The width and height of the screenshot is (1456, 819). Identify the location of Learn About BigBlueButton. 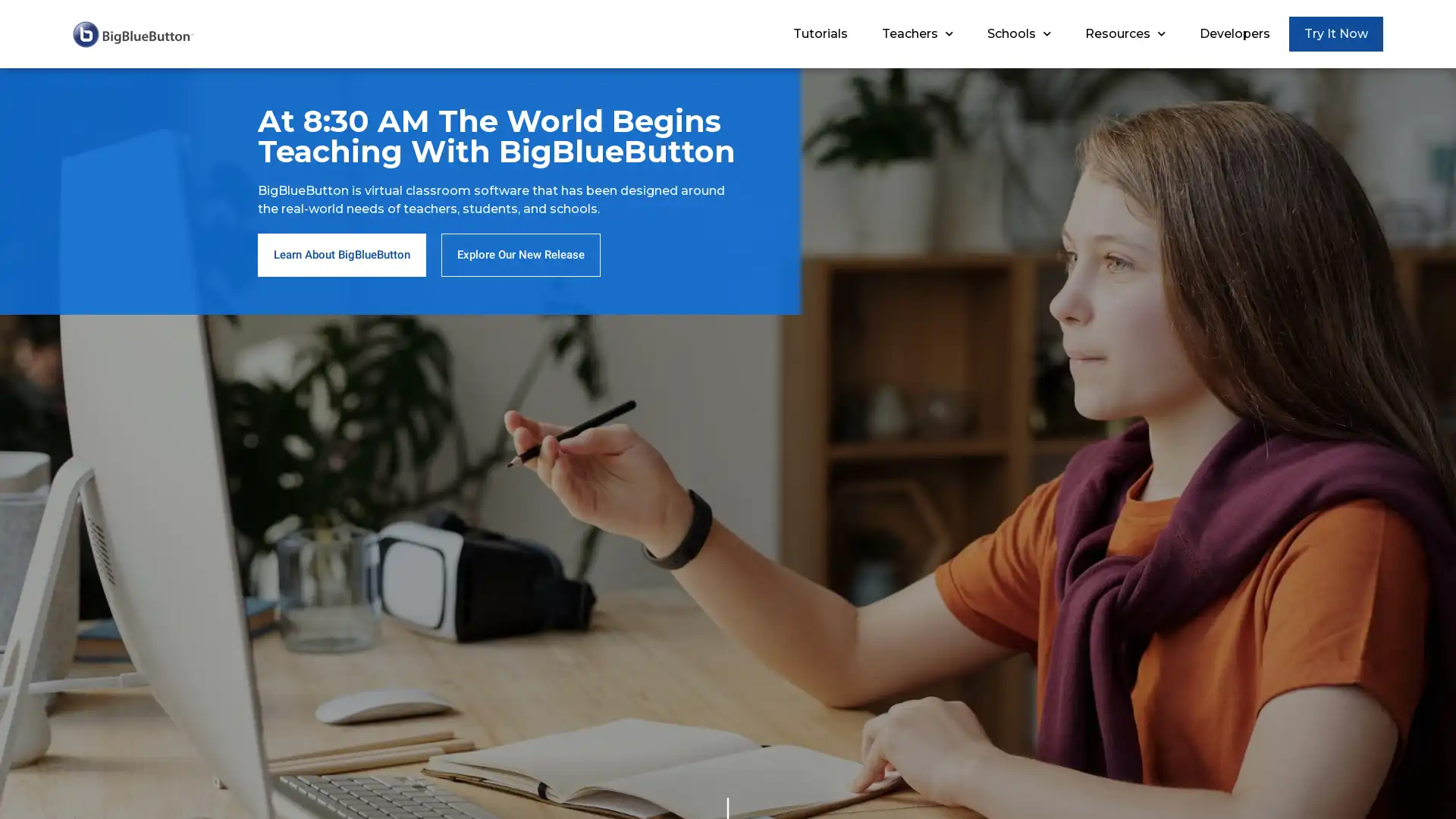
(341, 254).